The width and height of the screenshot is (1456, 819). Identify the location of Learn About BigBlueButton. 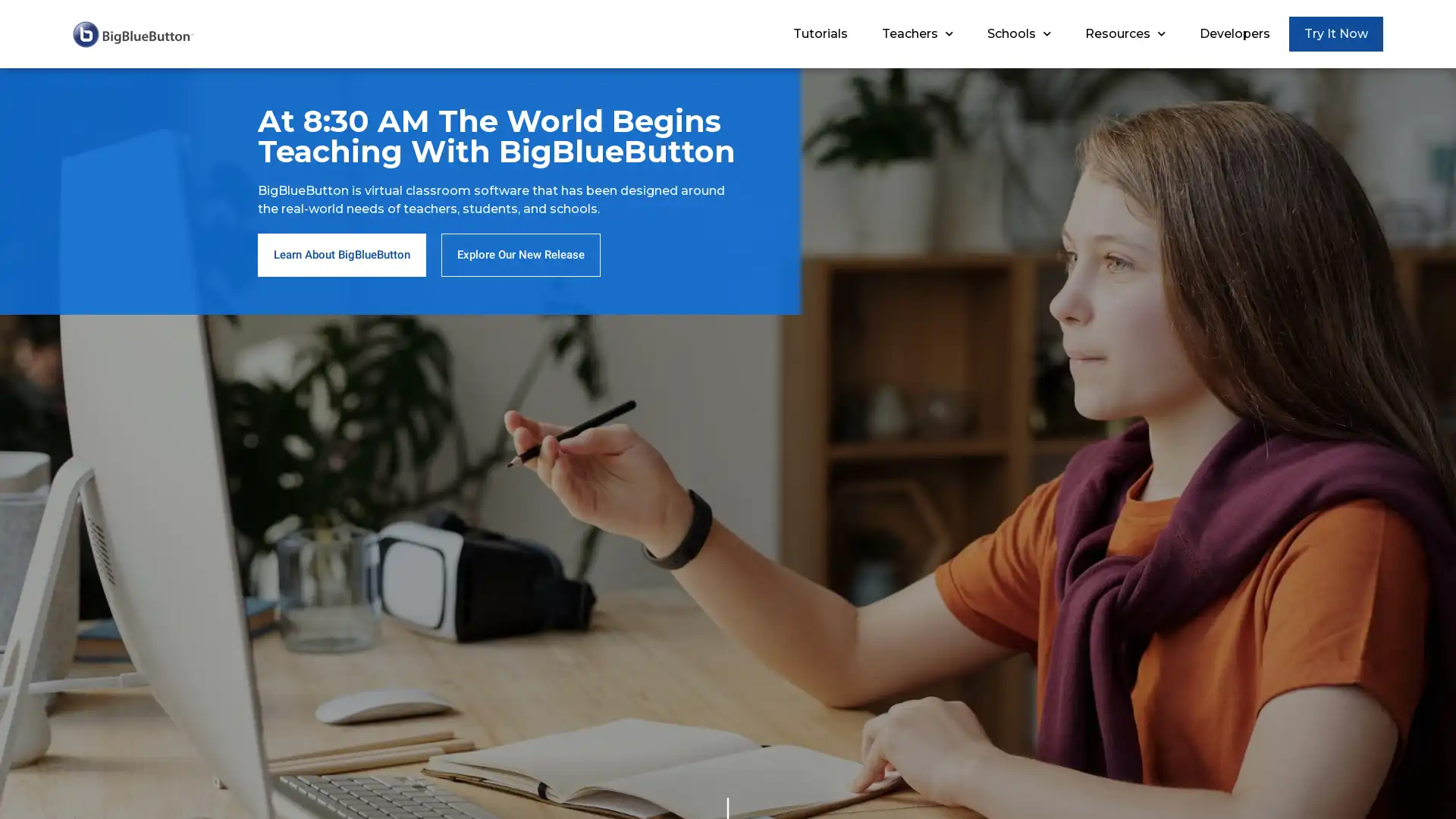
(341, 254).